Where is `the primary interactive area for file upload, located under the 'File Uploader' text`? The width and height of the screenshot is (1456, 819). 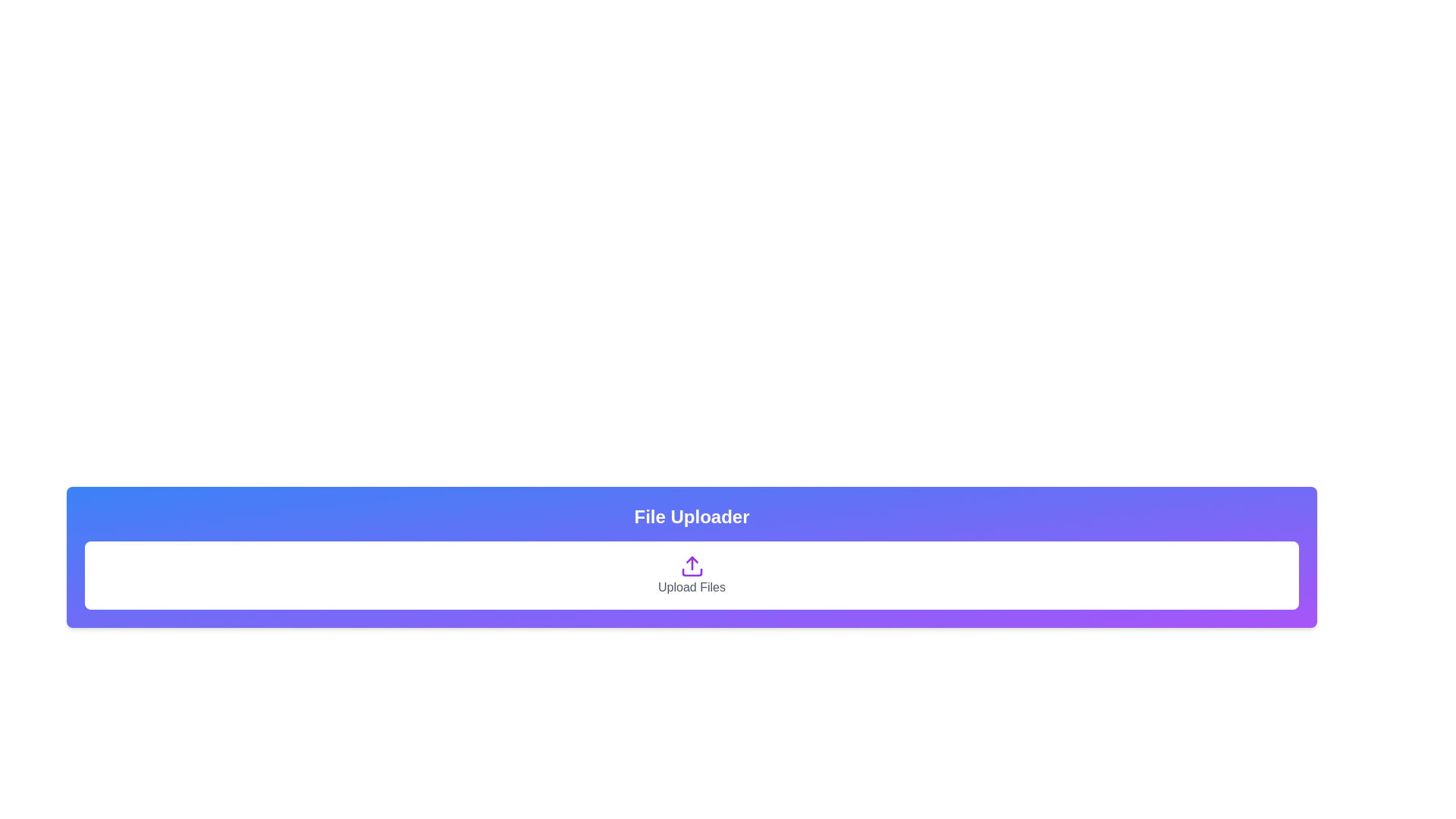 the primary interactive area for file upload, located under the 'File Uploader' text is located at coordinates (691, 576).